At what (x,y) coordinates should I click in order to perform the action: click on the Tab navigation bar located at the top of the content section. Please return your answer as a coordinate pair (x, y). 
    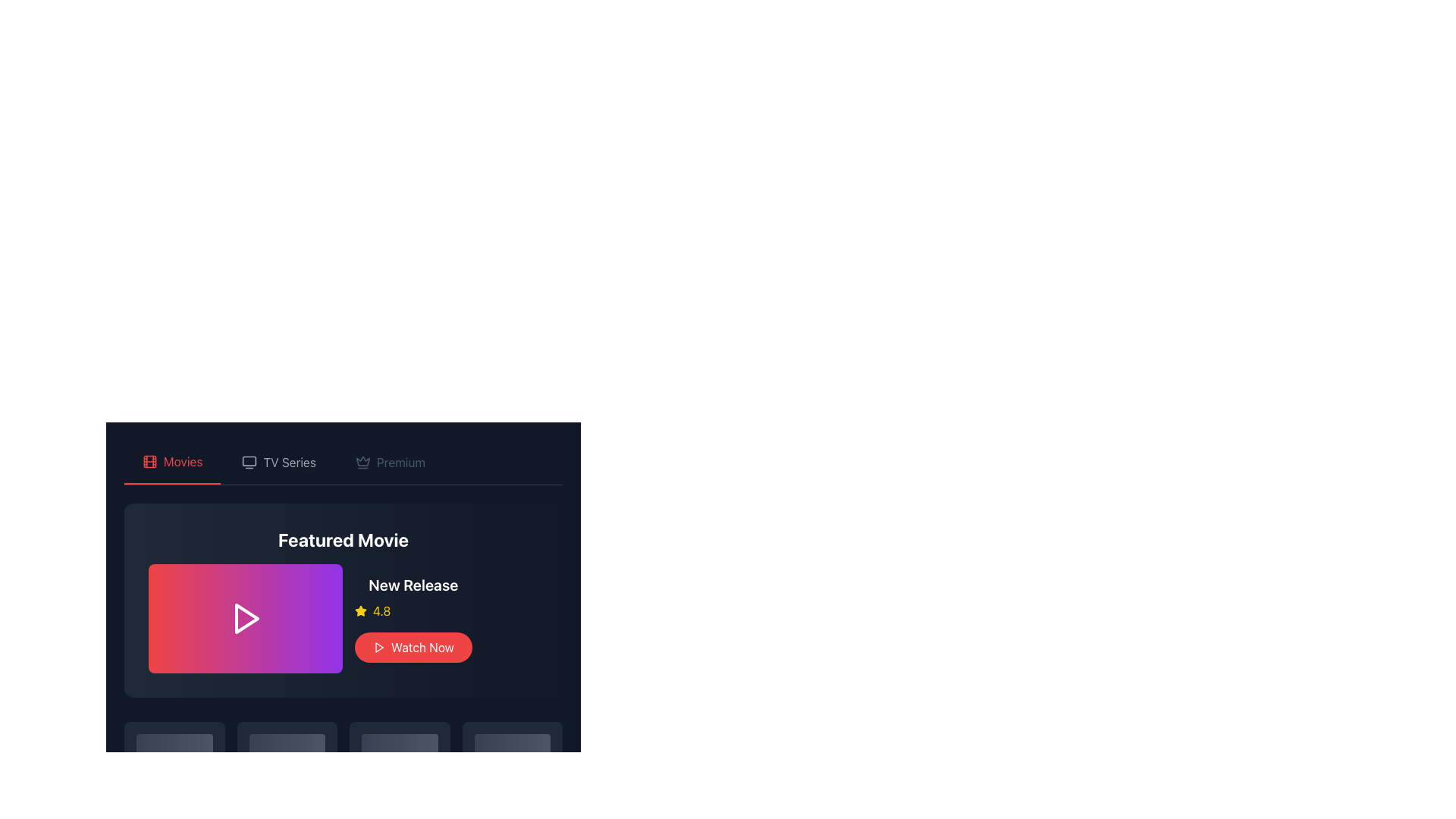
    Looking at the image, I should click on (342, 462).